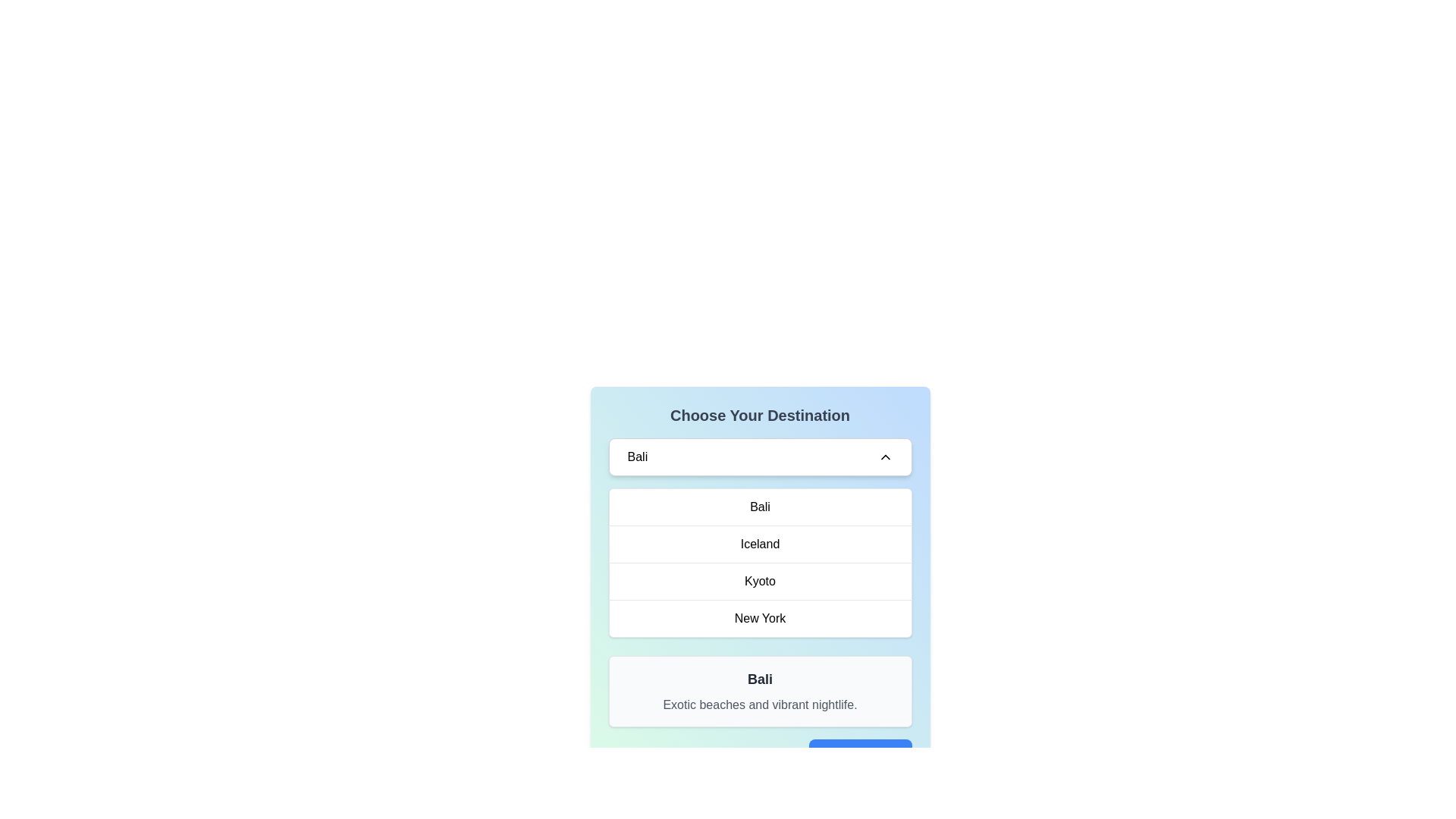 This screenshot has width=1456, height=819. I want to click on the dropdown list item representing 'Iceland', which is the second option in the list below 'Bali' and above 'Kyoto', so click(760, 543).